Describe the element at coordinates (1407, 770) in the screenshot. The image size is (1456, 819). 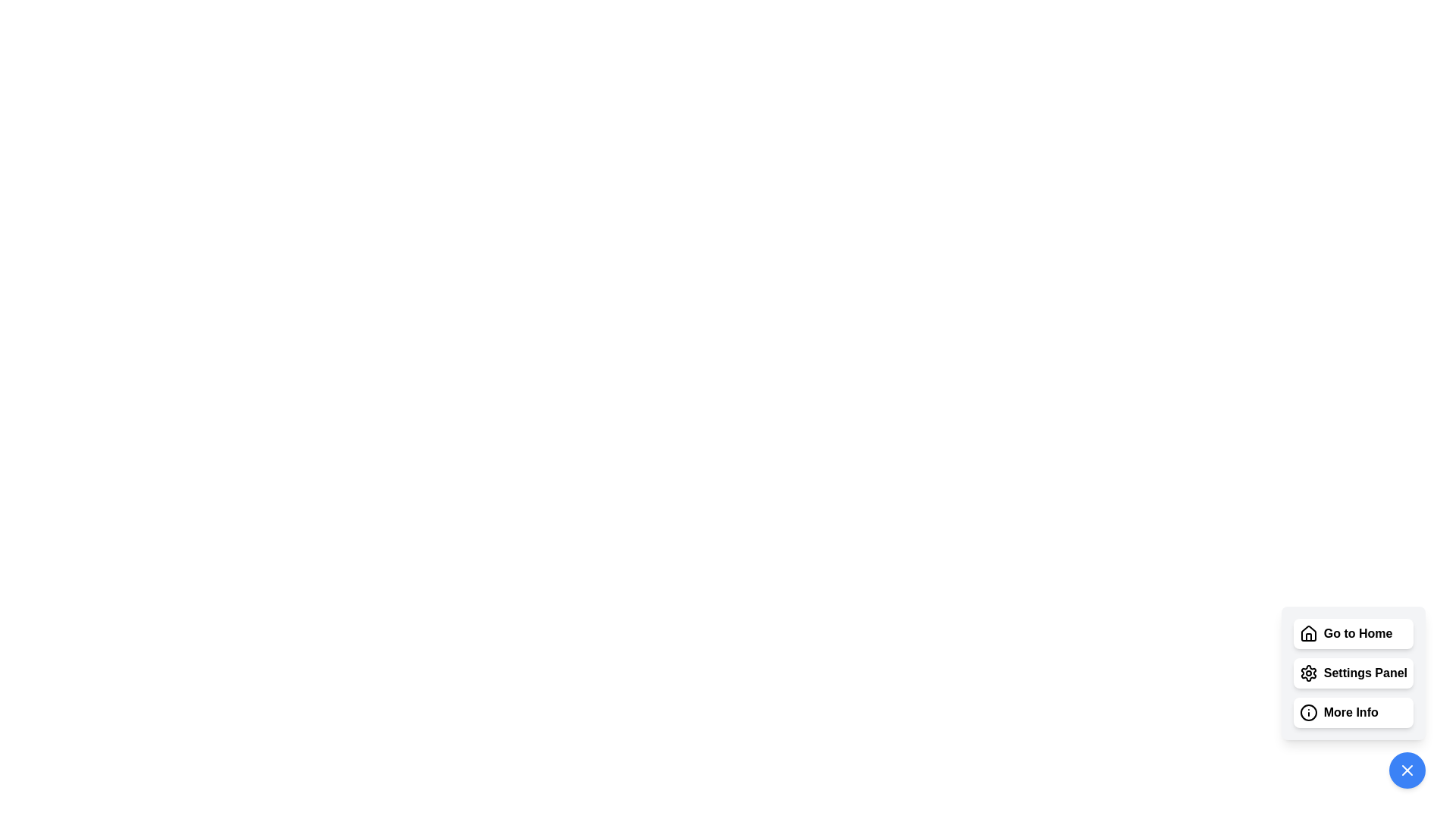
I see `the blue circular button with a white 'X' icon located at the bottom-right corner of the interface` at that location.